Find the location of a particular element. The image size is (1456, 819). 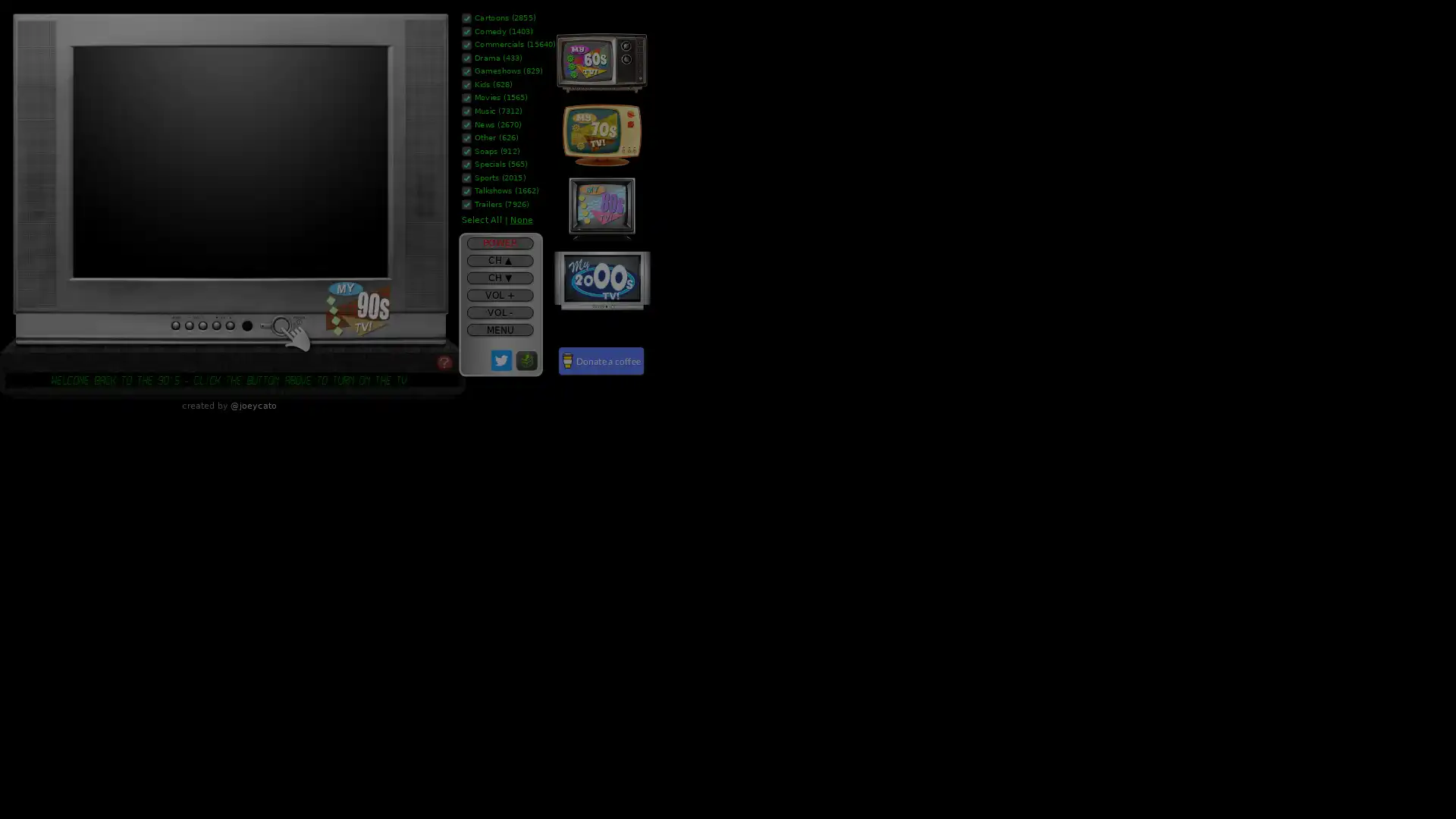

CH is located at coordinates (499, 278).